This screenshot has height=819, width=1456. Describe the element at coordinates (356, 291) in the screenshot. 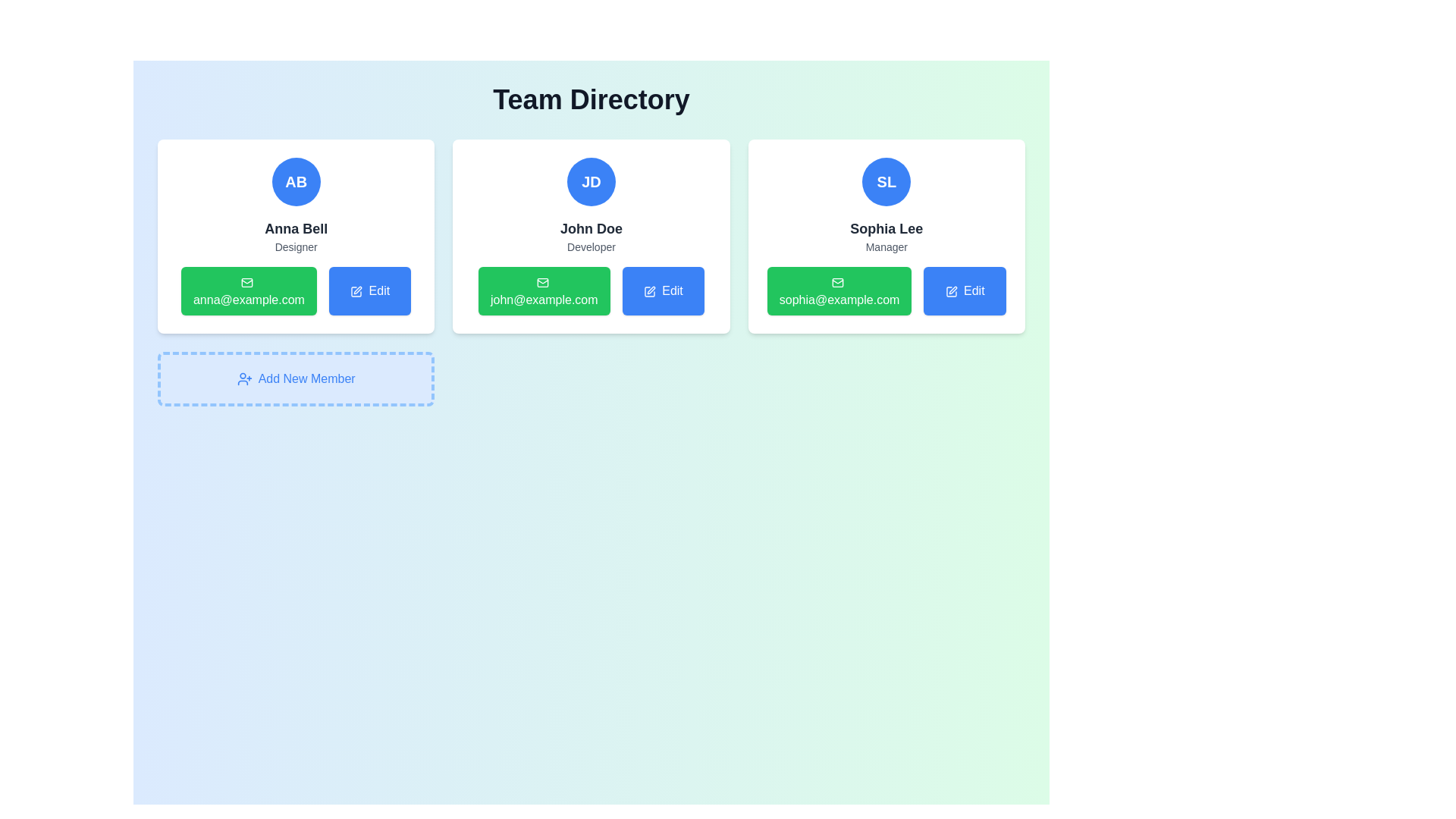

I see `the editing icon within the 'Edit' button of Anna Bell's user card, located to the left of the 'Edit' text` at that location.